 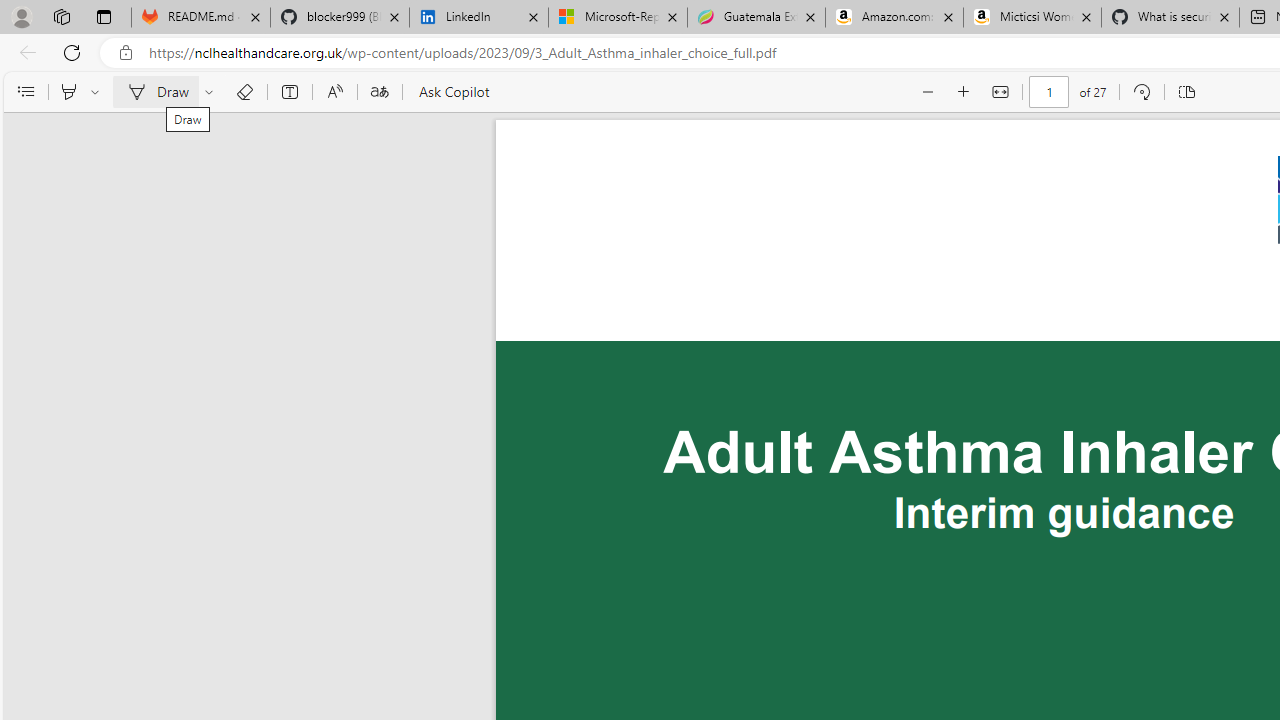 I want to click on 'Contents', so click(x=25, y=92).